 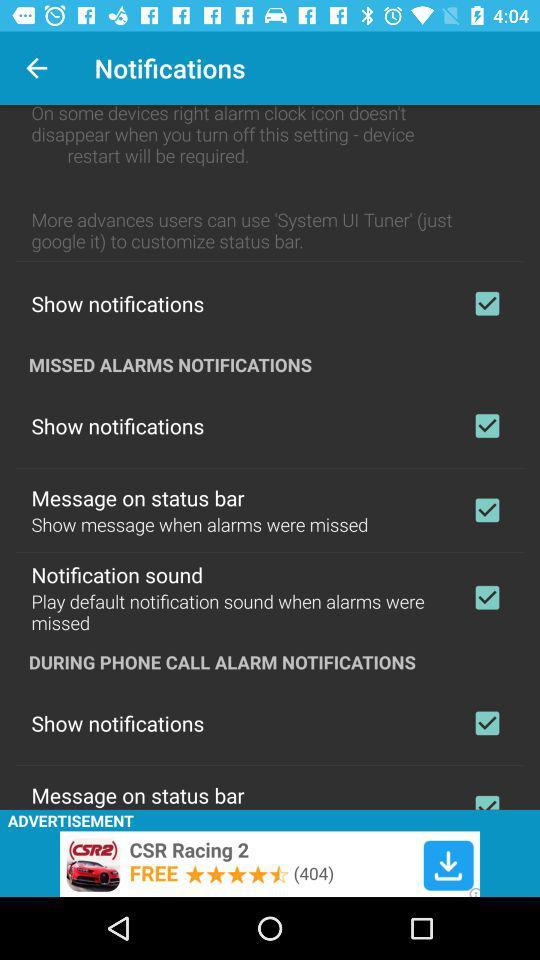 What do you see at coordinates (486, 597) in the screenshot?
I see `selected item` at bounding box center [486, 597].